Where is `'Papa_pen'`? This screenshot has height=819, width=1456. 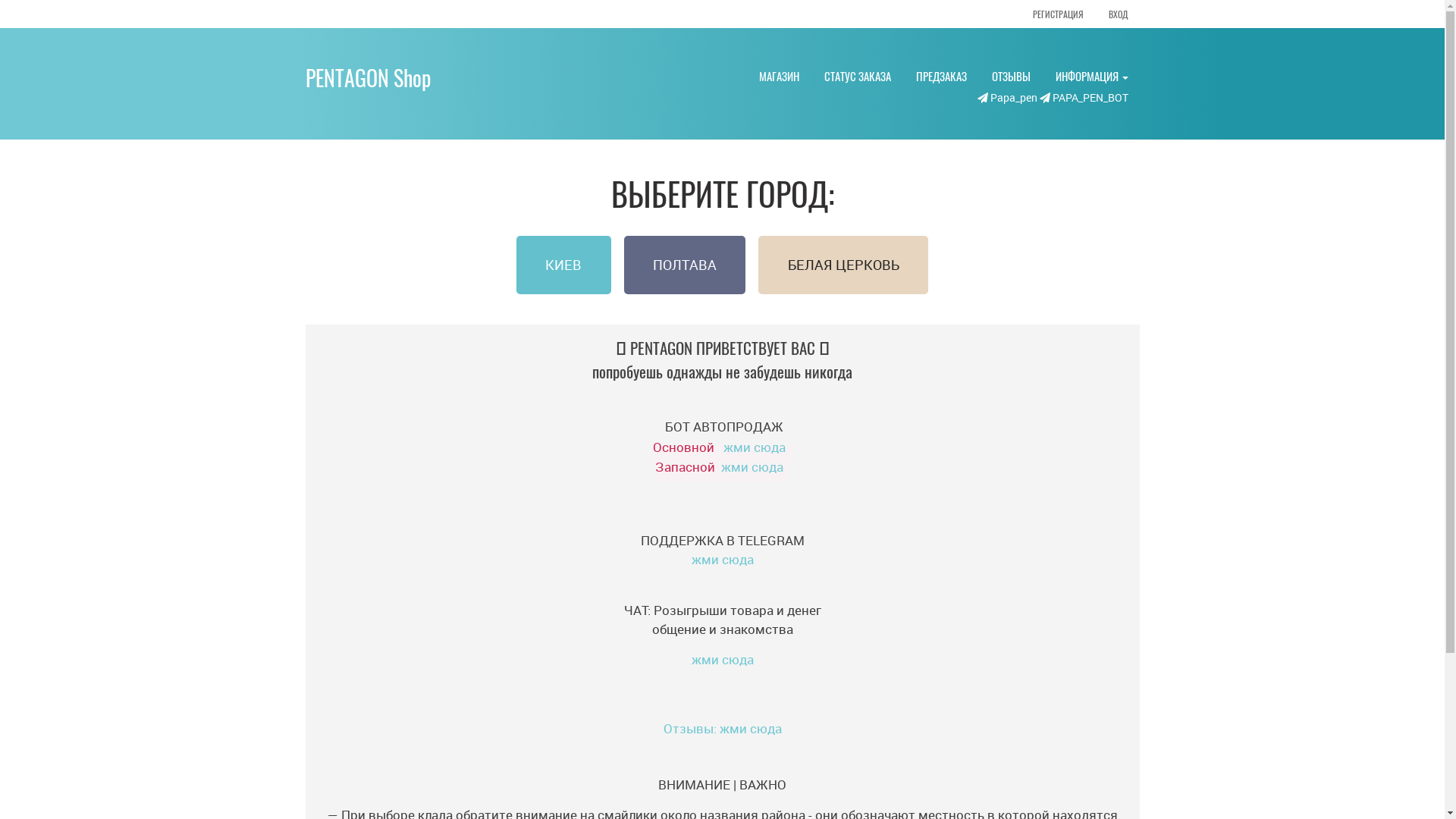
'Papa_pen' is located at coordinates (1006, 97).